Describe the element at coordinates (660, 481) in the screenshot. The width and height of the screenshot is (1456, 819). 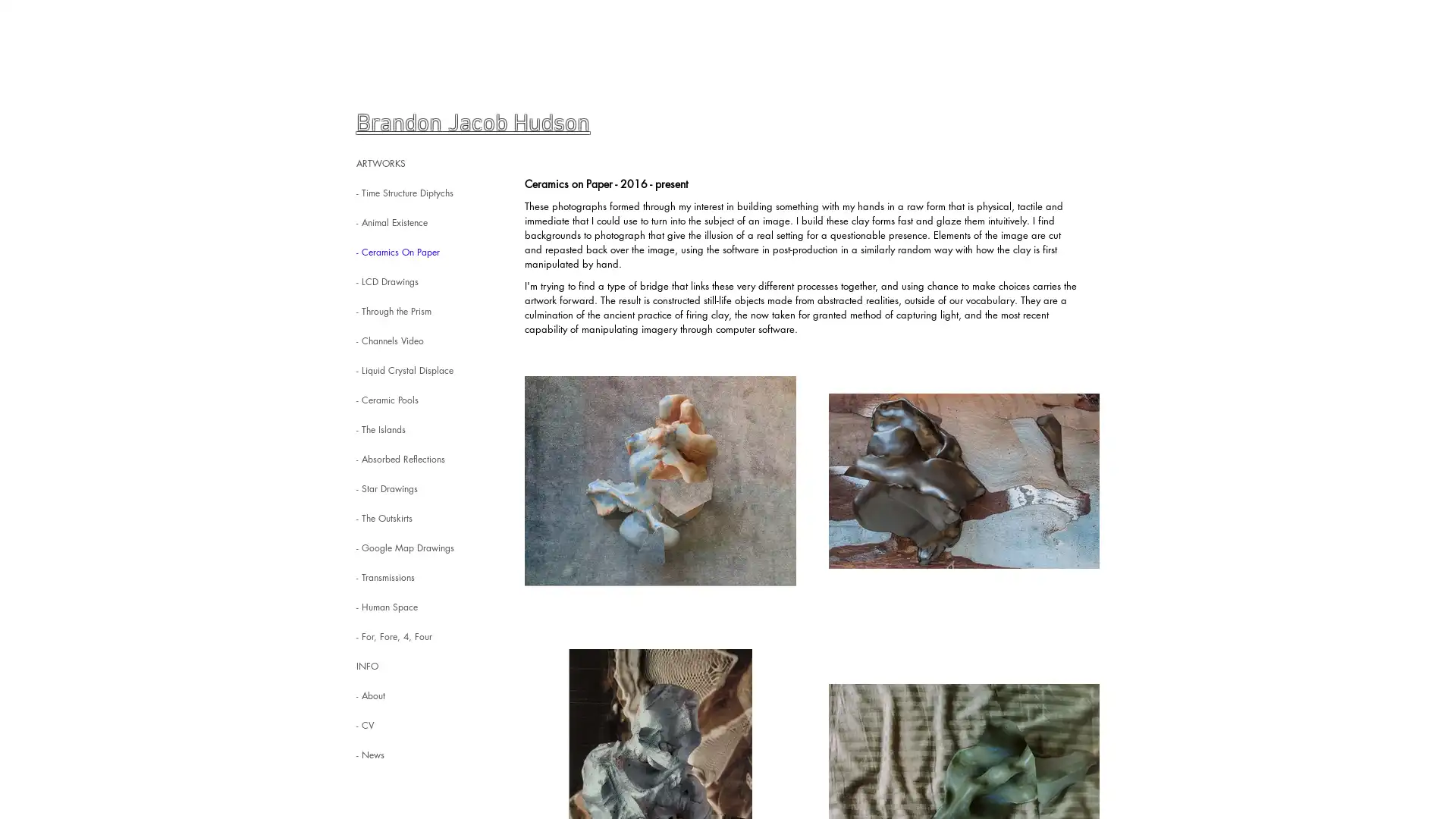
I see `Blue and Orange` at that location.